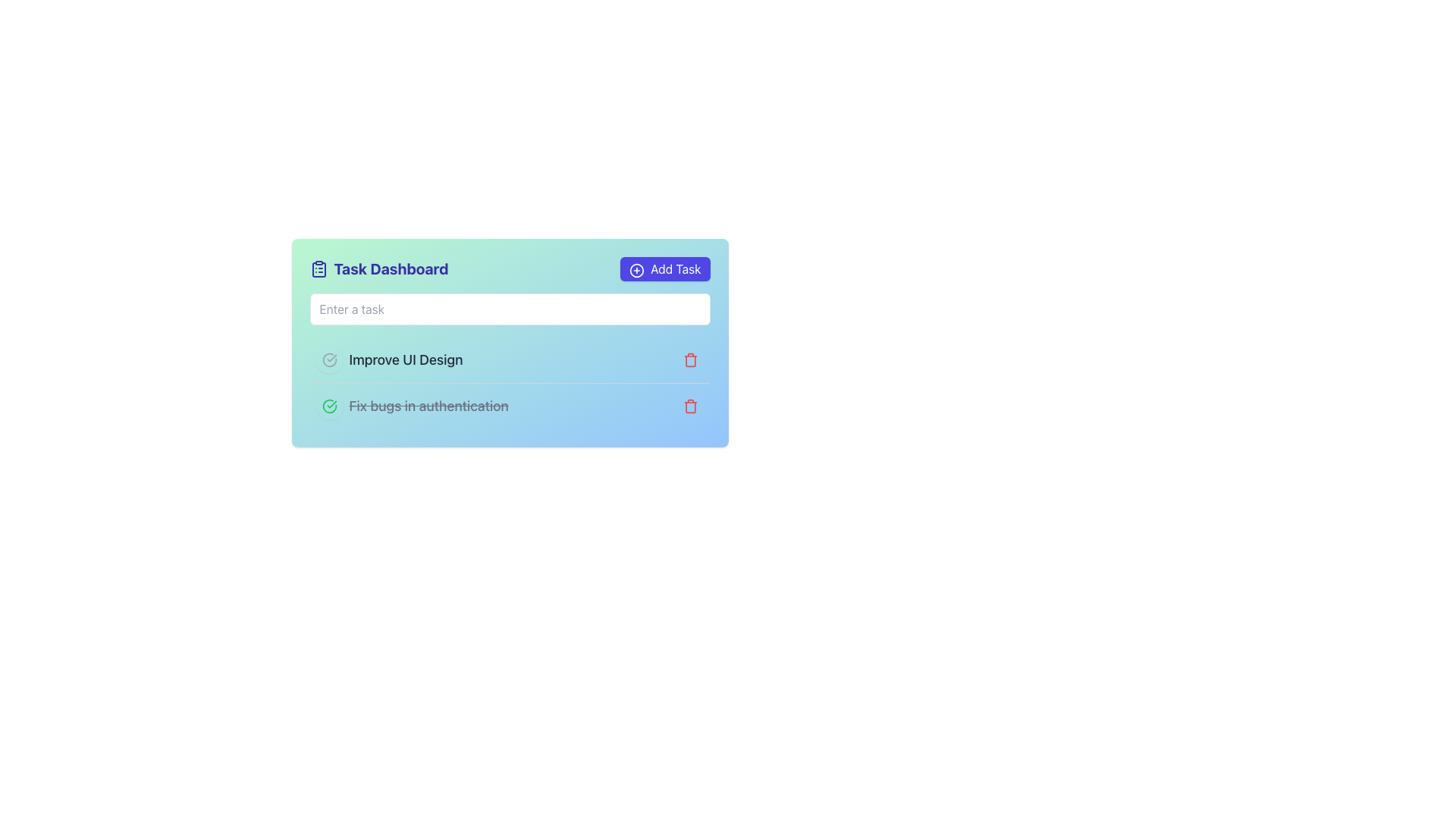 The height and width of the screenshot is (819, 1456). Describe the element at coordinates (406, 359) in the screenshot. I see `text label that serves as a task entry in the task management interface, located to the right of a circular checkmark icon and above a similar task entry` at that location.